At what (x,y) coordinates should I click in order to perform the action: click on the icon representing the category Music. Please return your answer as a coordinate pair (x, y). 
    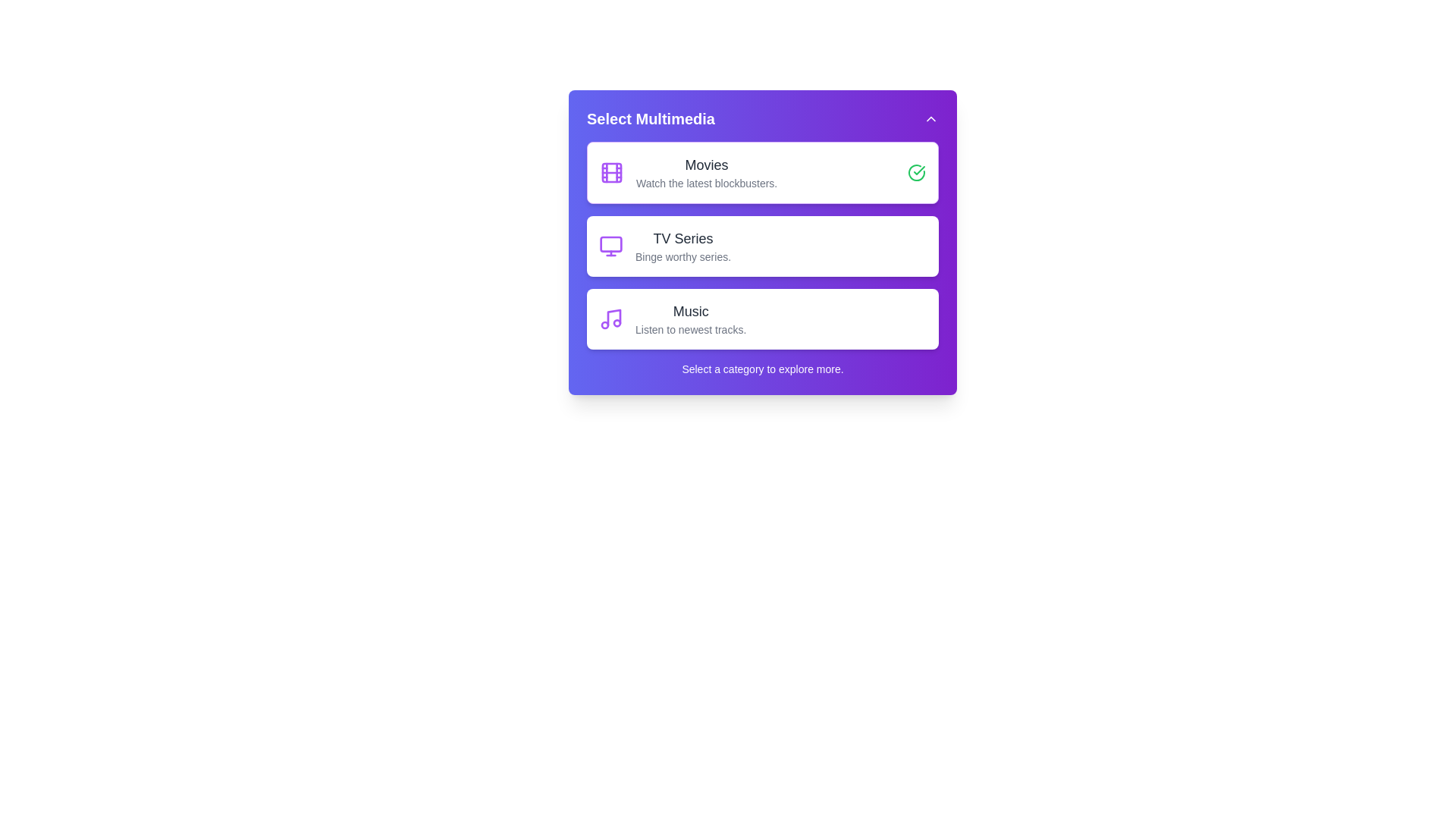
    Looking at the image, I should click on (611, 318).